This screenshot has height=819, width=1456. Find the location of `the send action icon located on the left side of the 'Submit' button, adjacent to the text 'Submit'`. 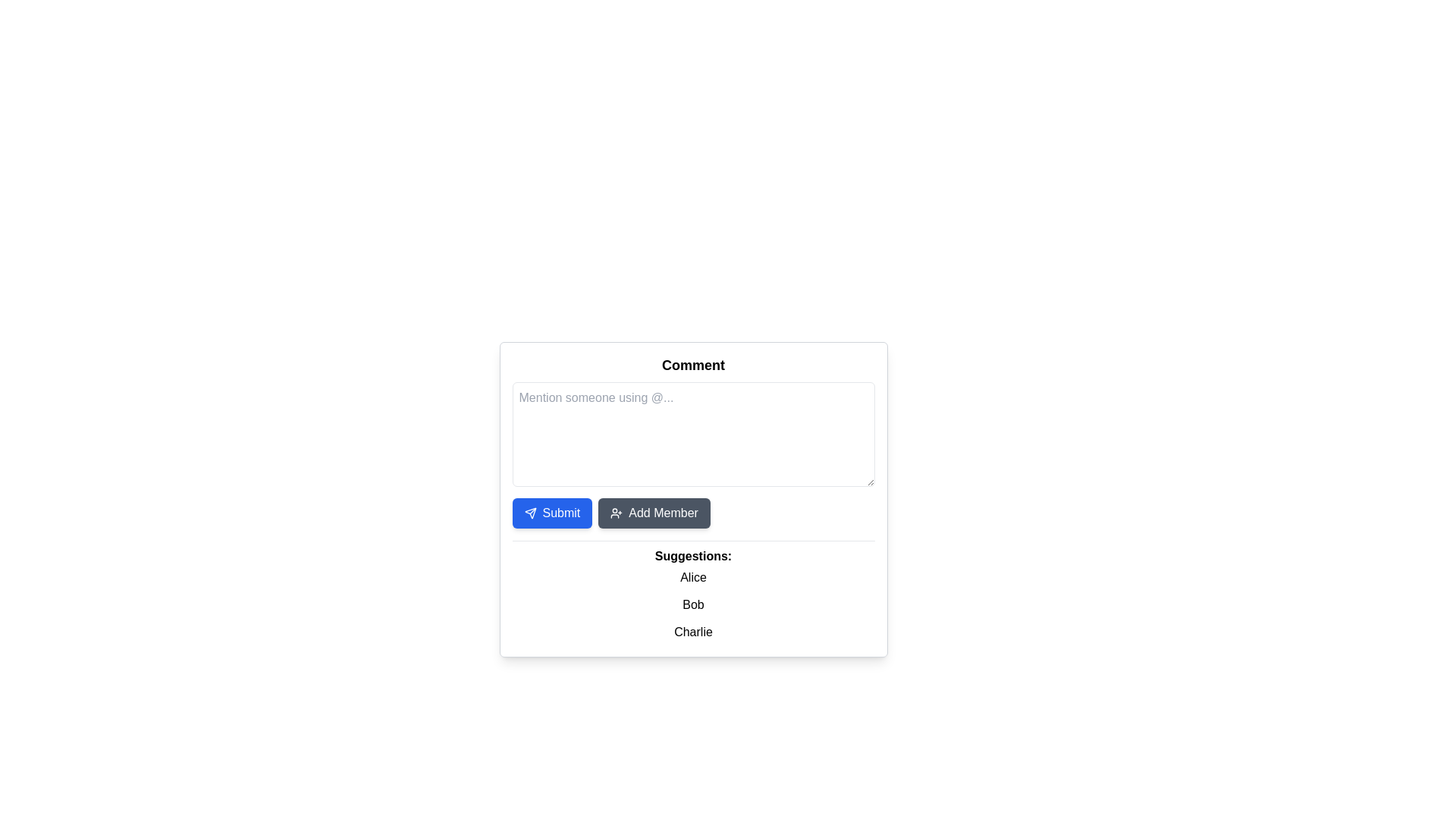

the send action icon located on the left side of the 'Submit' button, adjacent to the text 'Submit' is located at coordinates (530, 513).